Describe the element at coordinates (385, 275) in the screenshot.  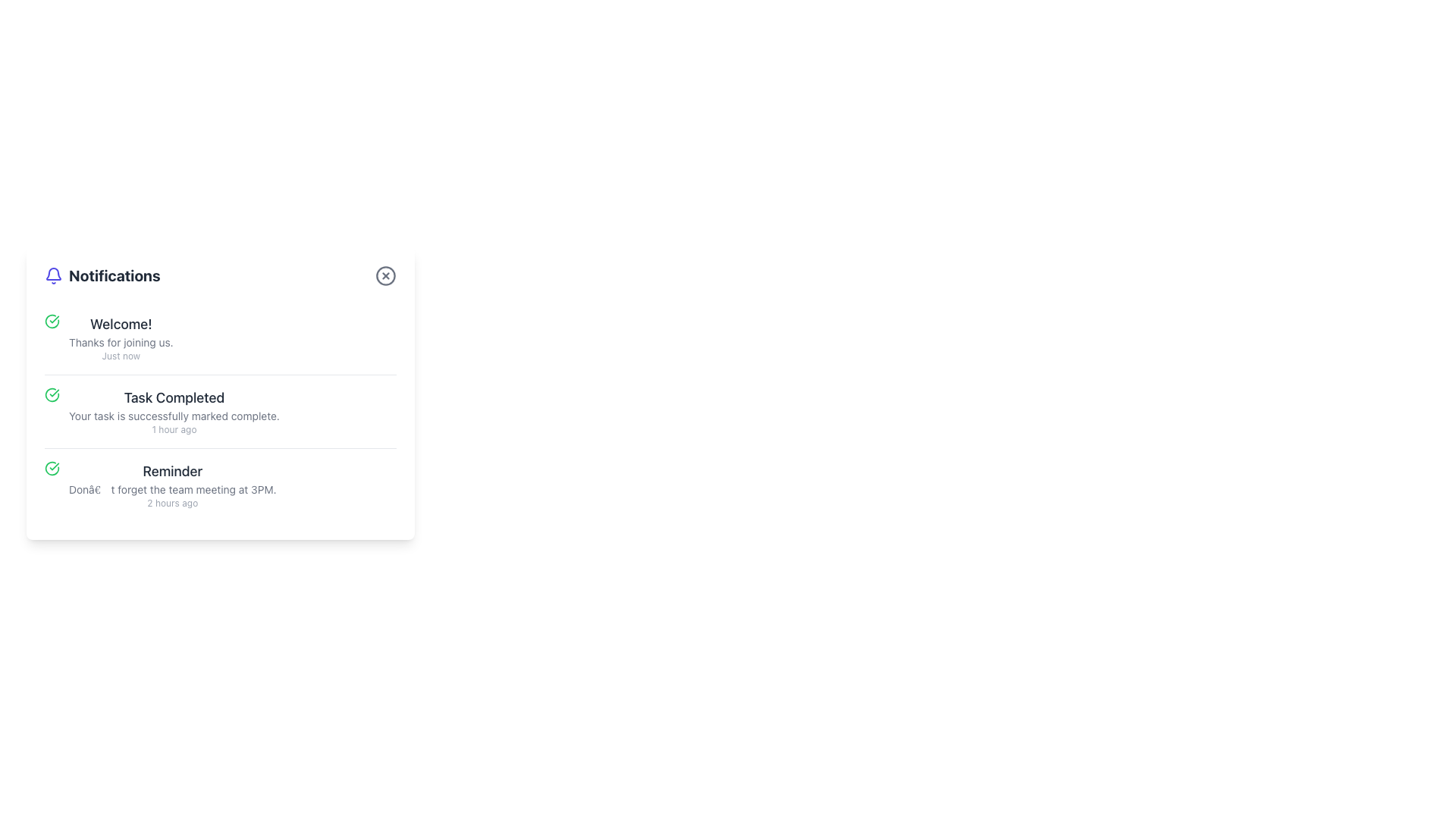
I see `the circular button with a cross in the center, located at the top right corner of the 'Notifications' section` at that location.